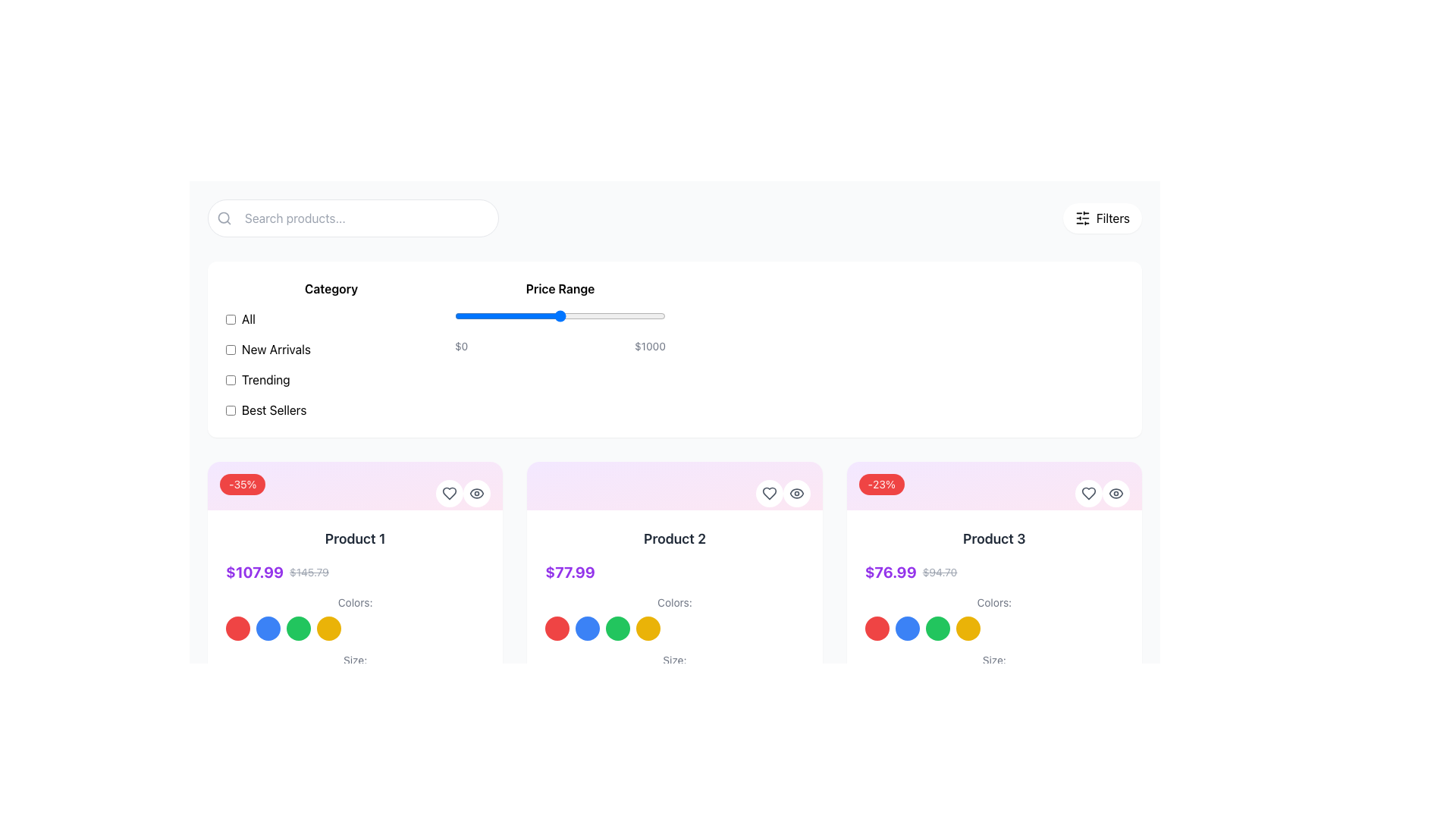 Image resolution: width=1456 pixels, height=819 pixels. What do you see at coordinates (449, 494) in the screenshot?
I see `the favorite button located at the top-right of the first product card to mark the item as liked` at bounding box center [449, 494].